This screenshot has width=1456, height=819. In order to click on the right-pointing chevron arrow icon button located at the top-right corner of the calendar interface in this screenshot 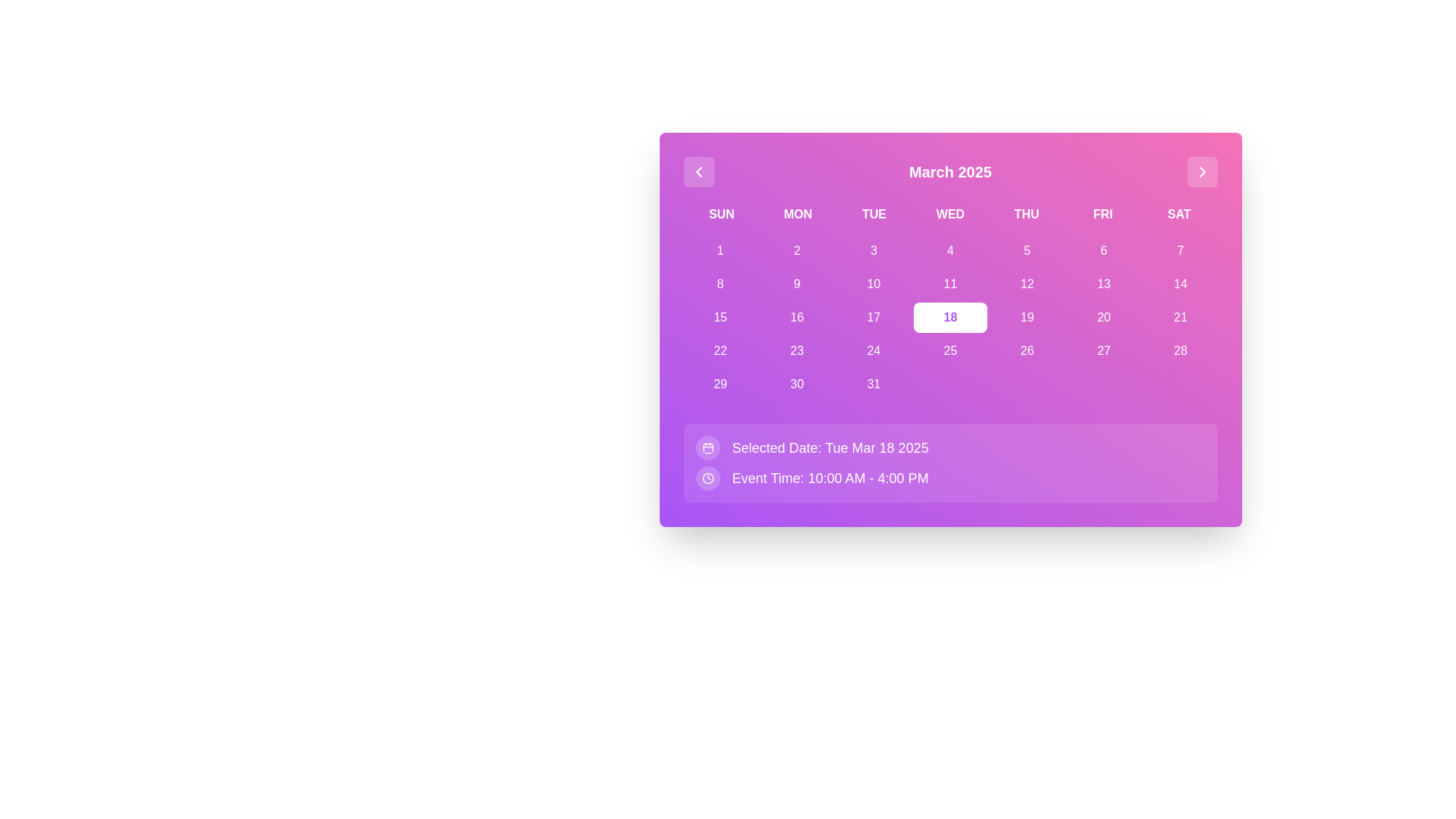, I will do `click(1201, 171)`.